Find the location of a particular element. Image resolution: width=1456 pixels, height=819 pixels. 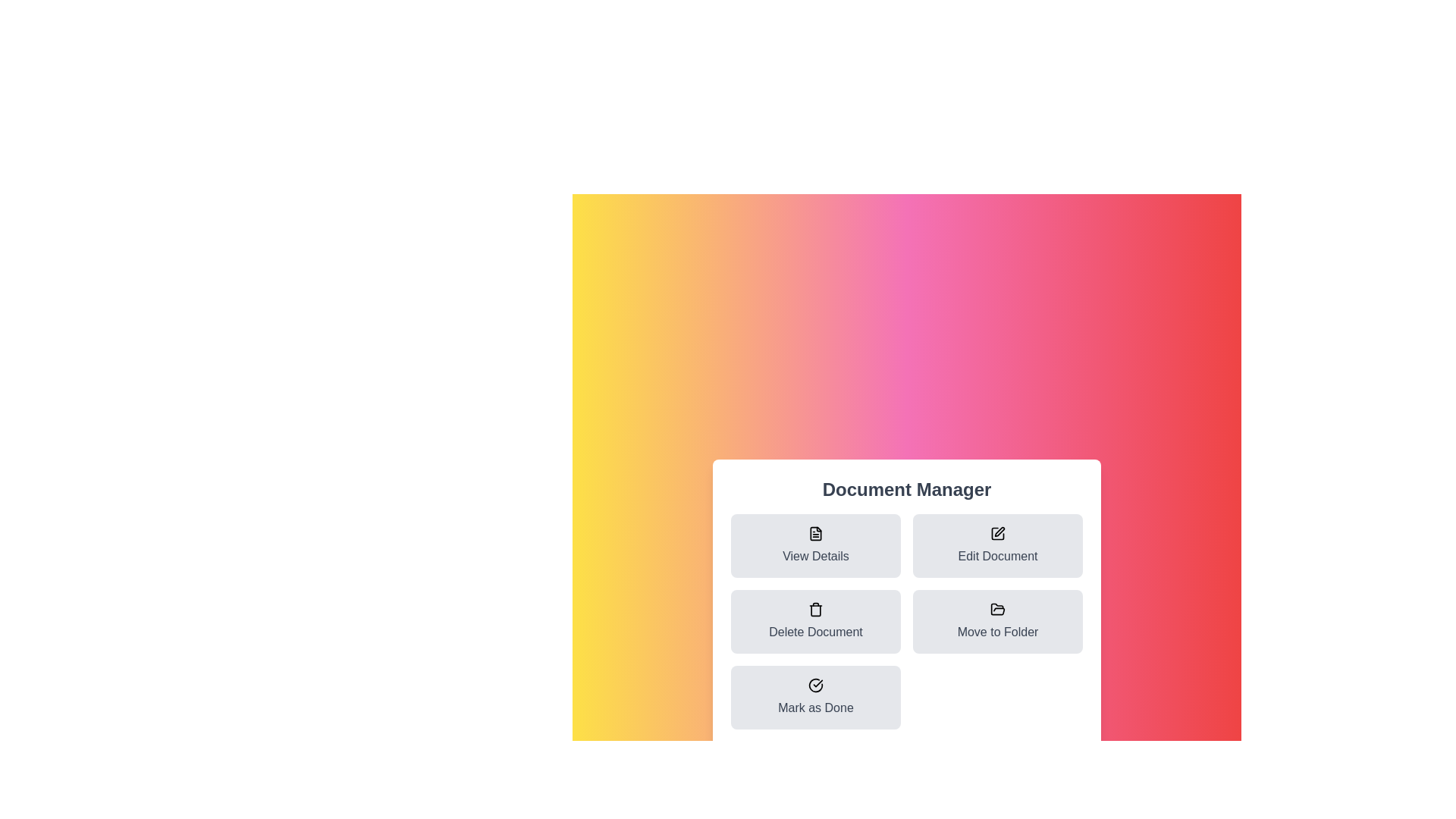

the 'Delete Document' button to delete the document is located at coordinates (814, 622).